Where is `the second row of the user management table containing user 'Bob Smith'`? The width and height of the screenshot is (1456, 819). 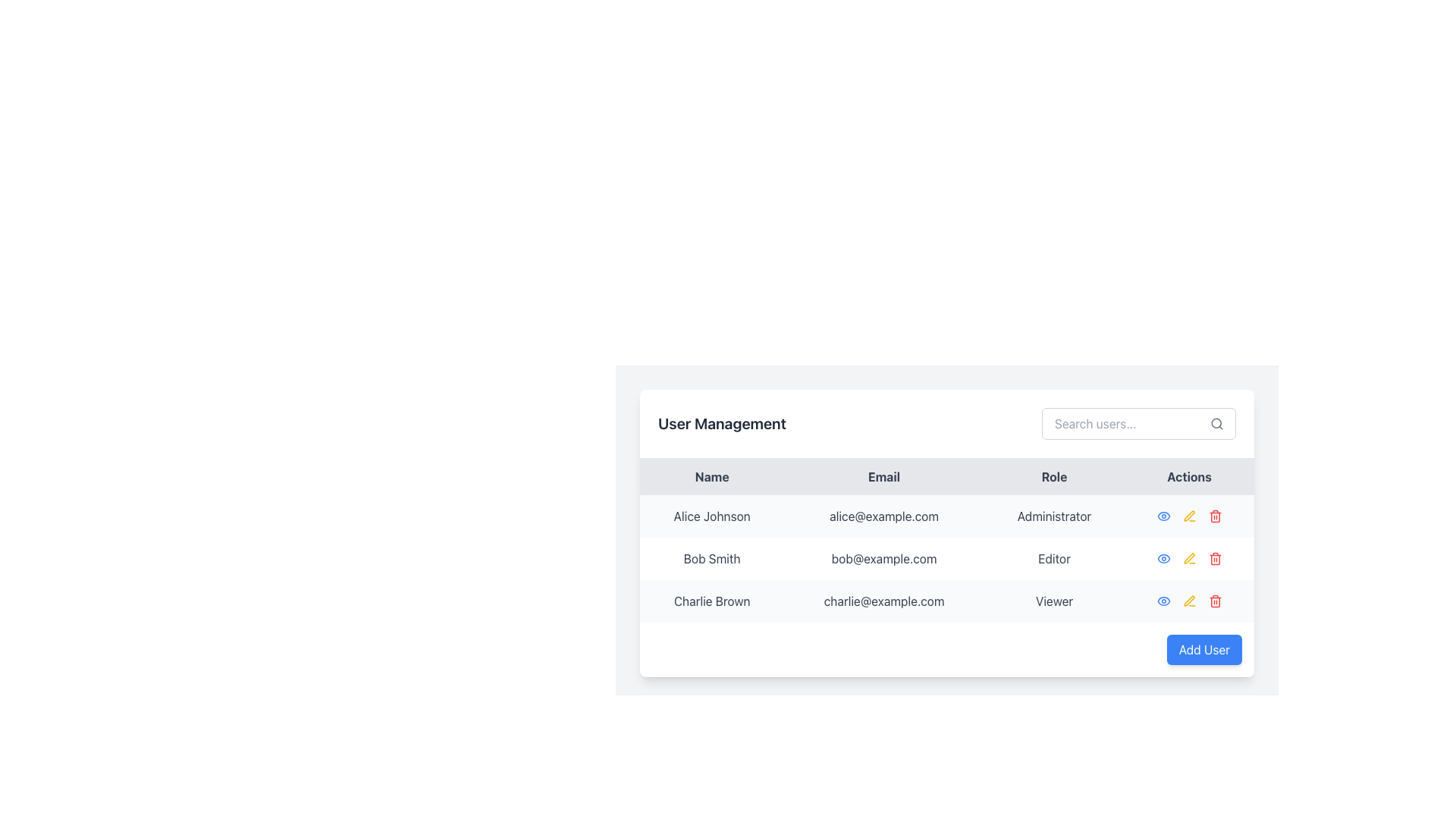 the second row of the user management table containing user 'Bob Smith' is located at coordinates (946, 558).